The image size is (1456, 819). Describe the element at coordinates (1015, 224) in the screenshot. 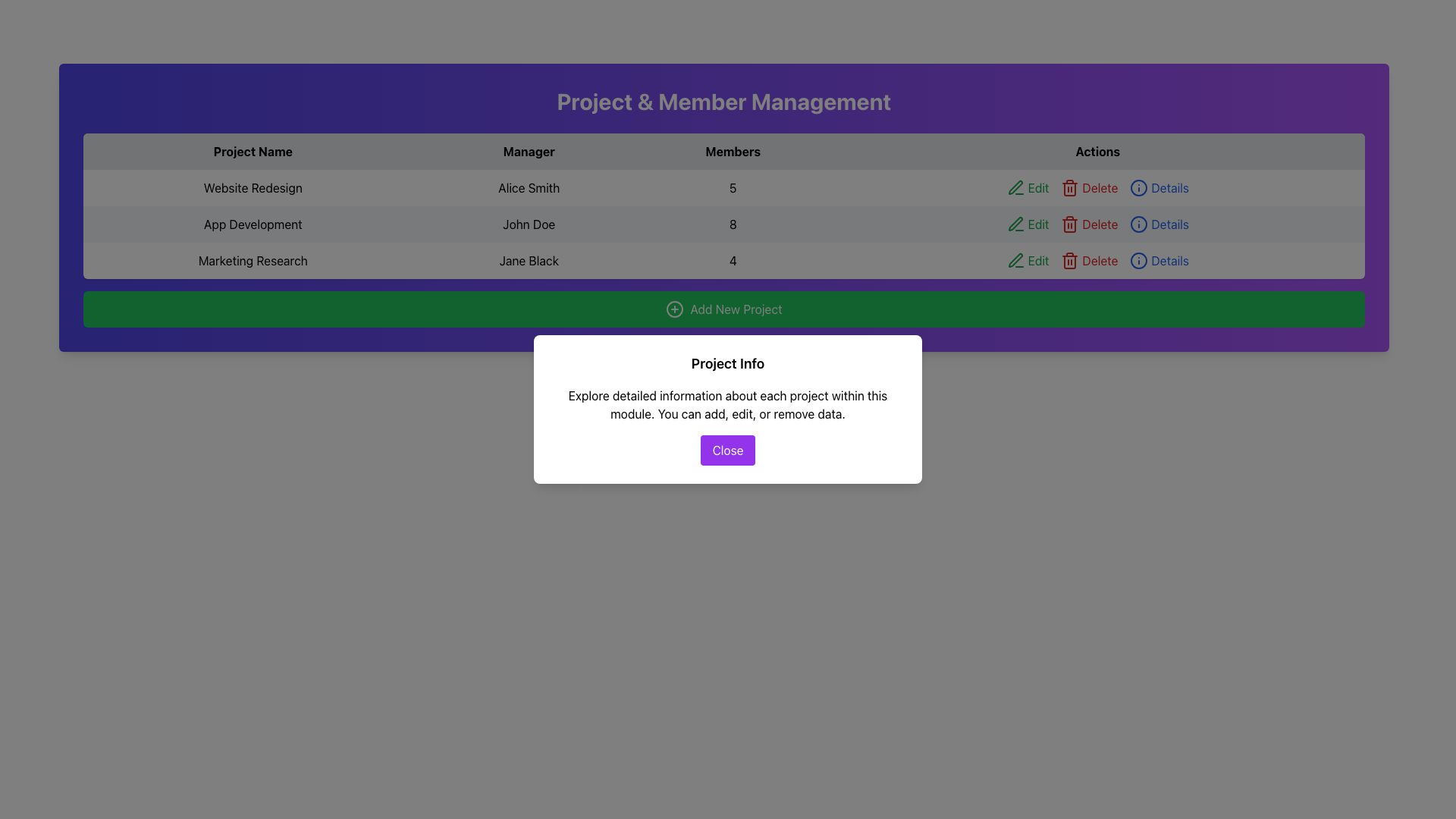

I see `the green pen icon in the second row of the table under the 'Actions' column to invoke the edit action` at that location.